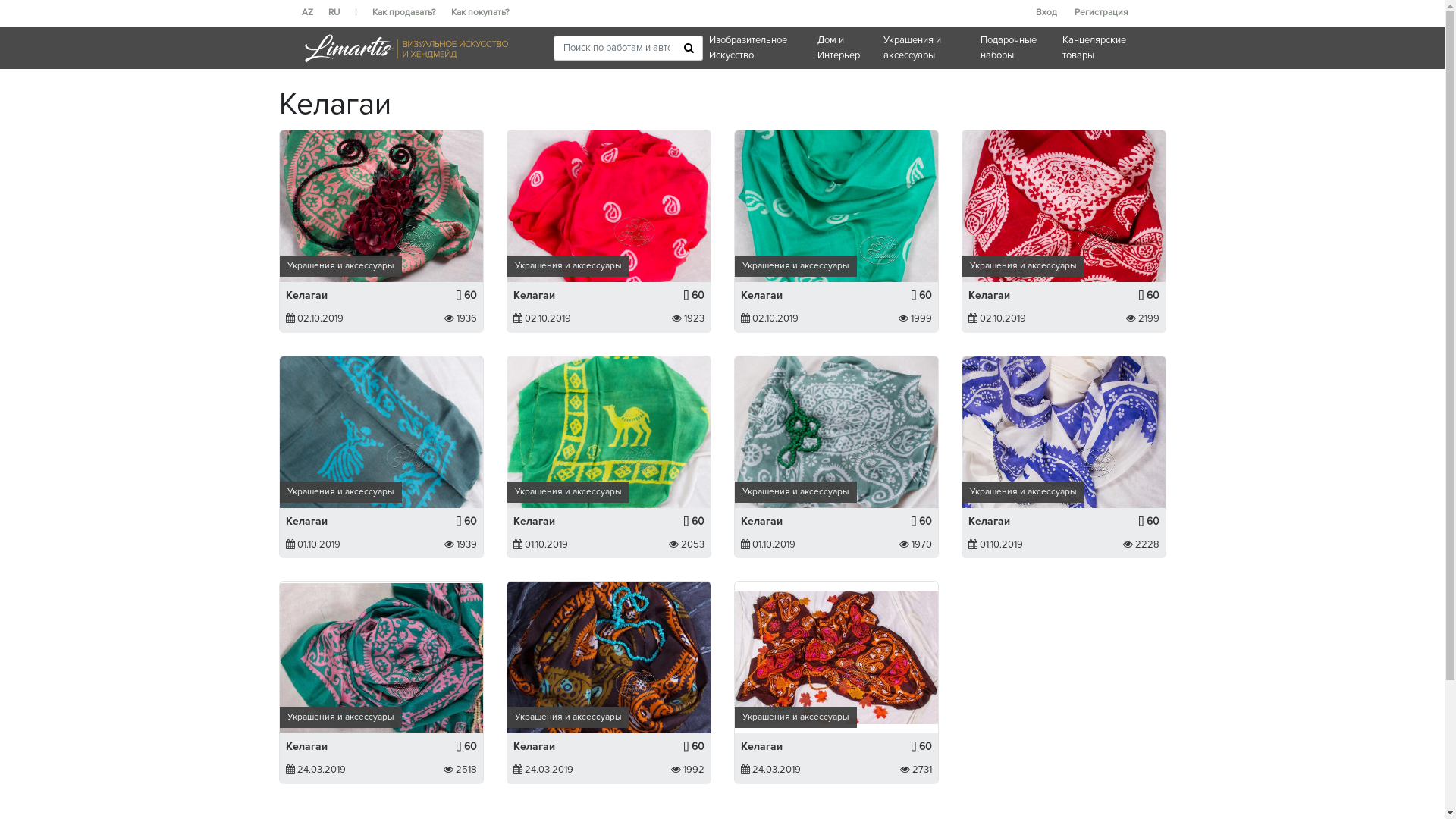  What do you see at coordinates (314, 12) in the screenshot?
I see `'AZ'` at bounding box center [314, 12].